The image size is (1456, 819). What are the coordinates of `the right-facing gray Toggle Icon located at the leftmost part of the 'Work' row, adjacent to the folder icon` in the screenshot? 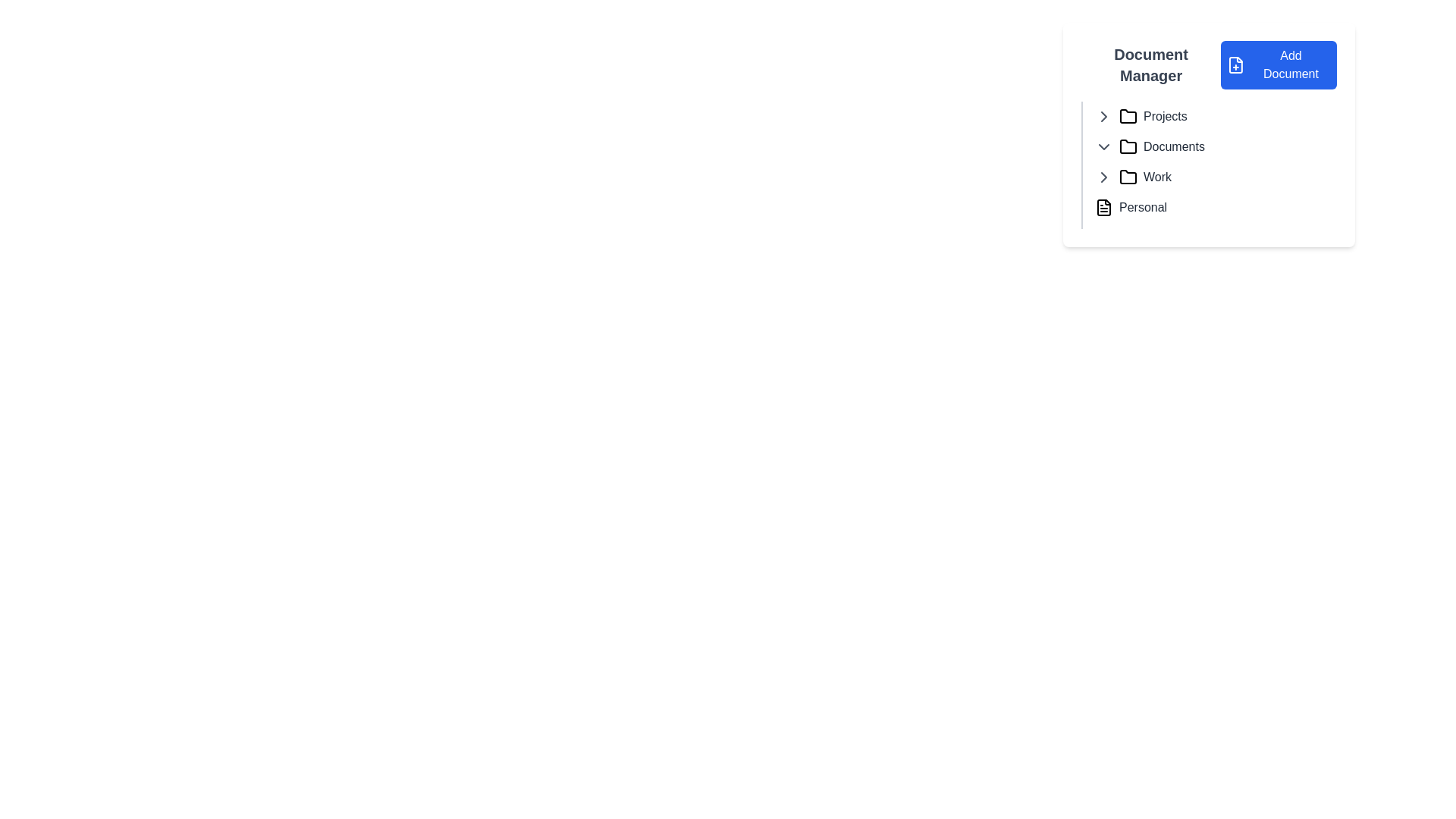 It's located at (1103, 177).